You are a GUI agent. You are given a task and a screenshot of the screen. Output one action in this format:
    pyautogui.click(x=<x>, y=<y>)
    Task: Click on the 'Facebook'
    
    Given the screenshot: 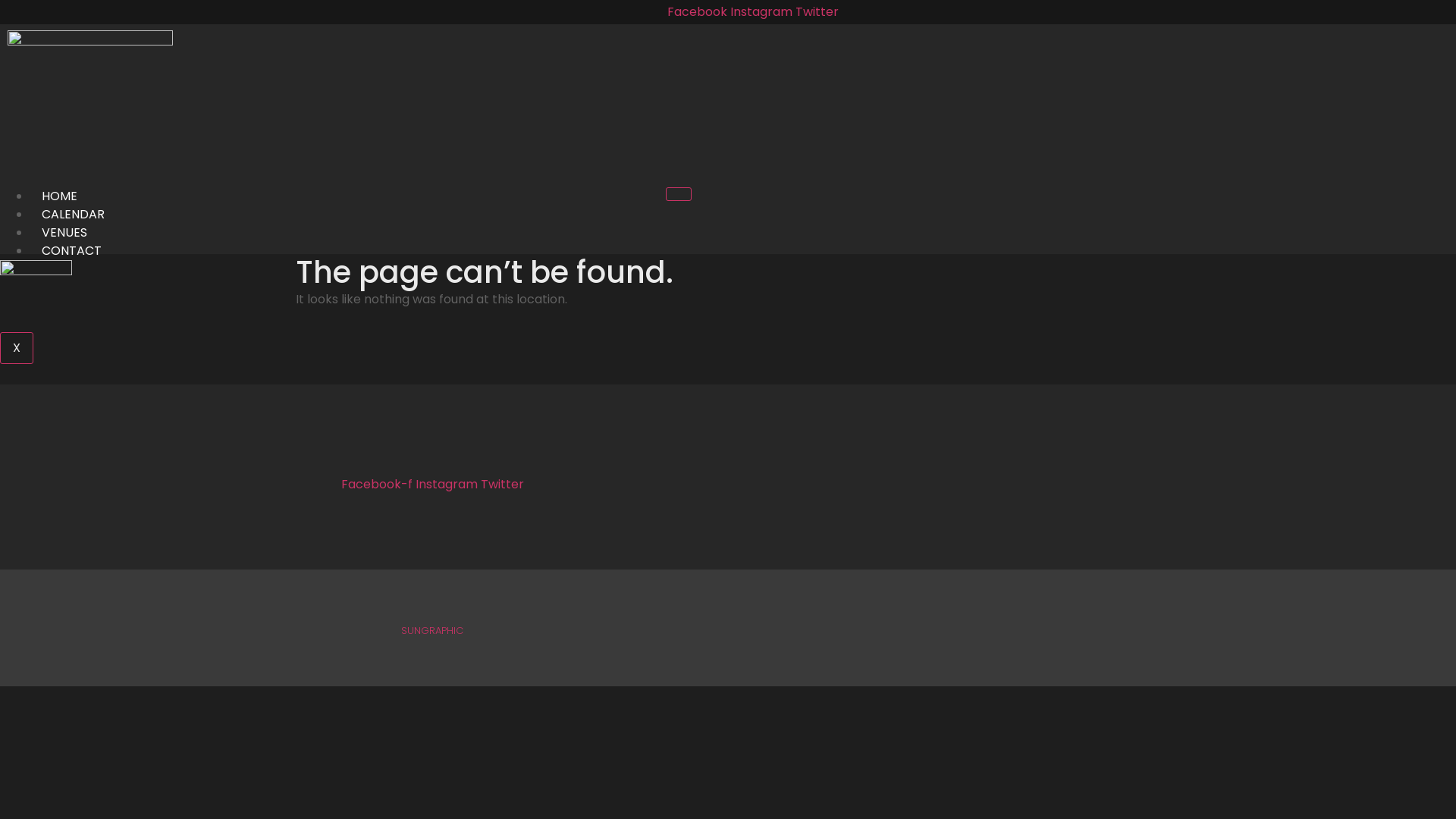 What is the action you would take?
    pyautogui.click(x=698, y=11)
    